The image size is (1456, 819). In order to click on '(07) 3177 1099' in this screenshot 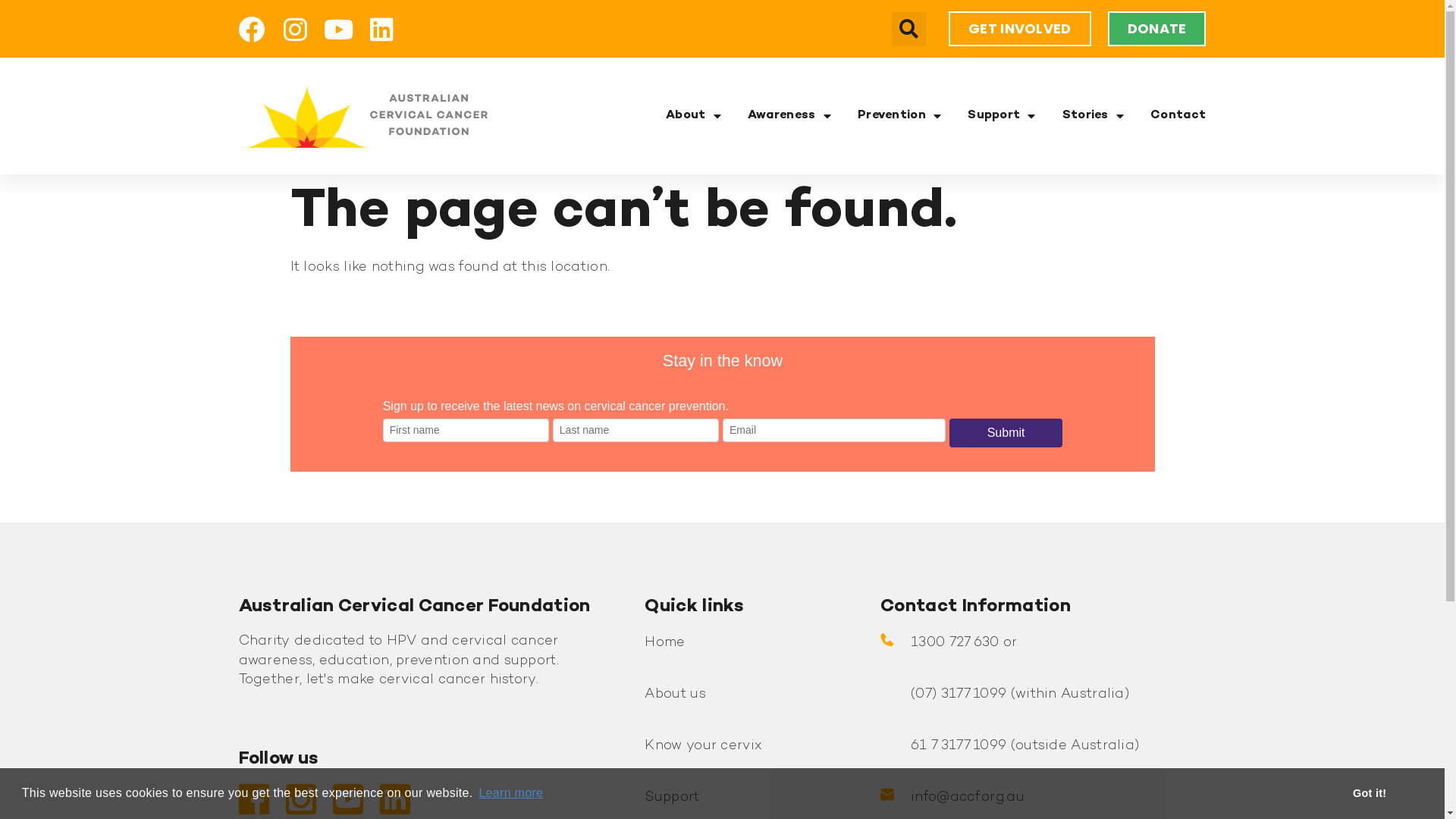, I will do `click(957, 694)`.